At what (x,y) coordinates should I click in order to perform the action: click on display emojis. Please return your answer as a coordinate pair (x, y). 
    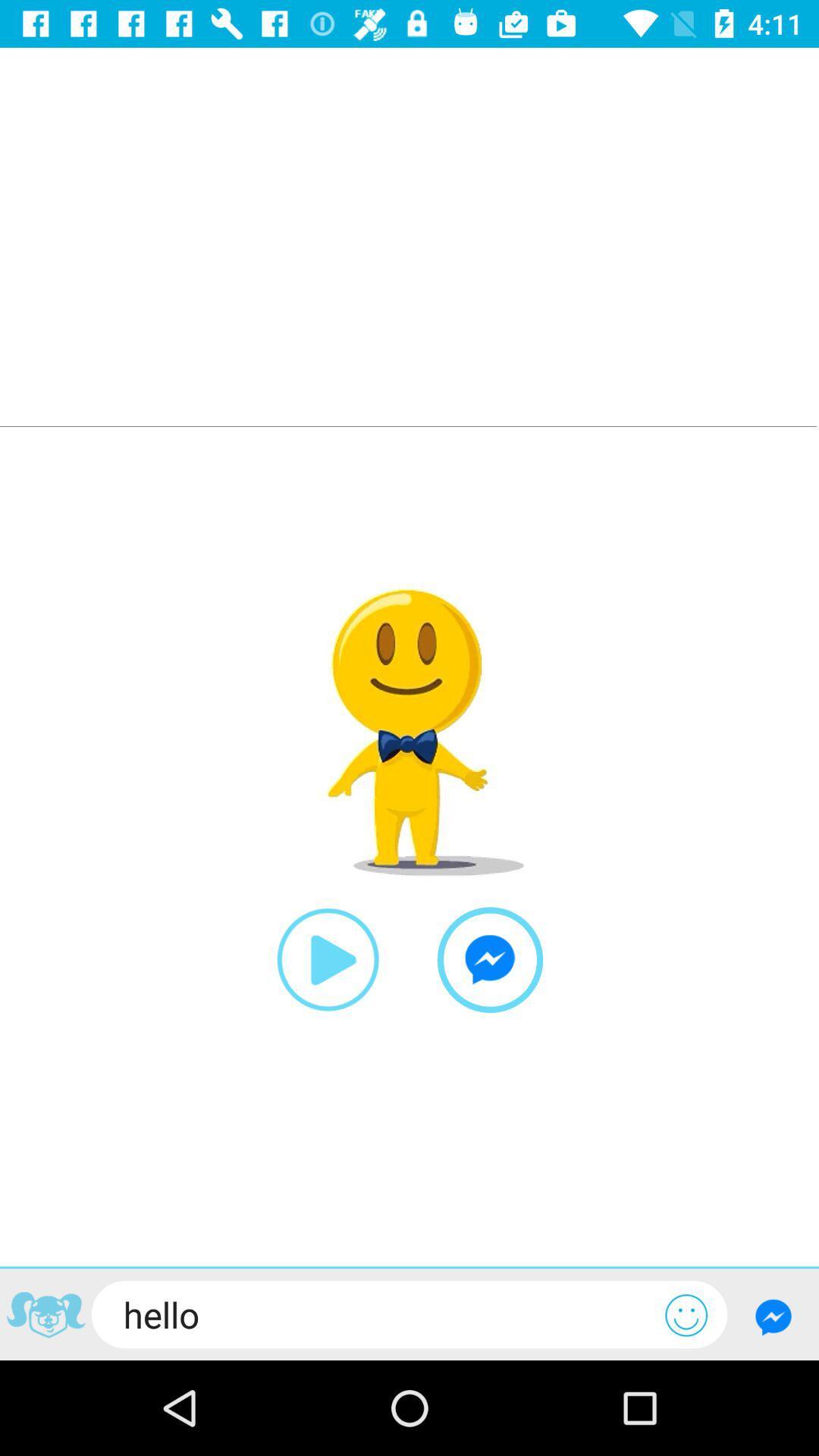
    Looking at the image, I should click on (686, 1314).